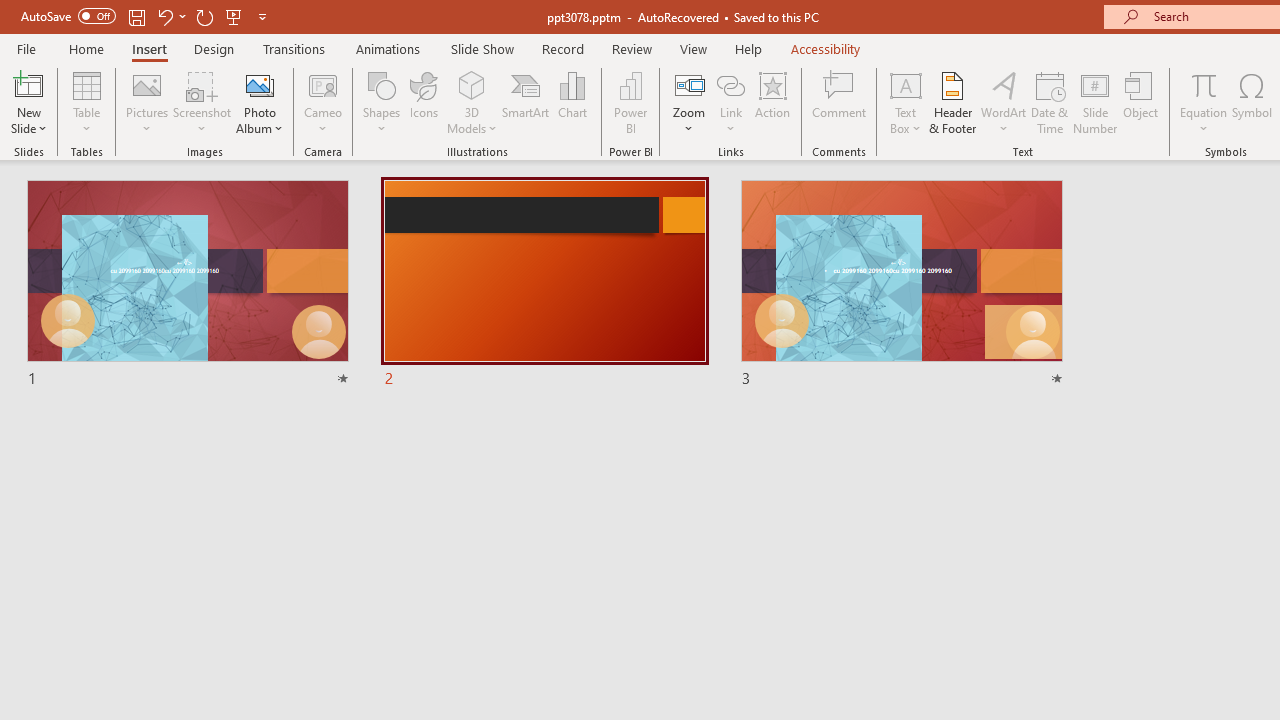 The height and width of the screenshot is (720, 1280). I want to click on 'Cameo', so click(323, 84).